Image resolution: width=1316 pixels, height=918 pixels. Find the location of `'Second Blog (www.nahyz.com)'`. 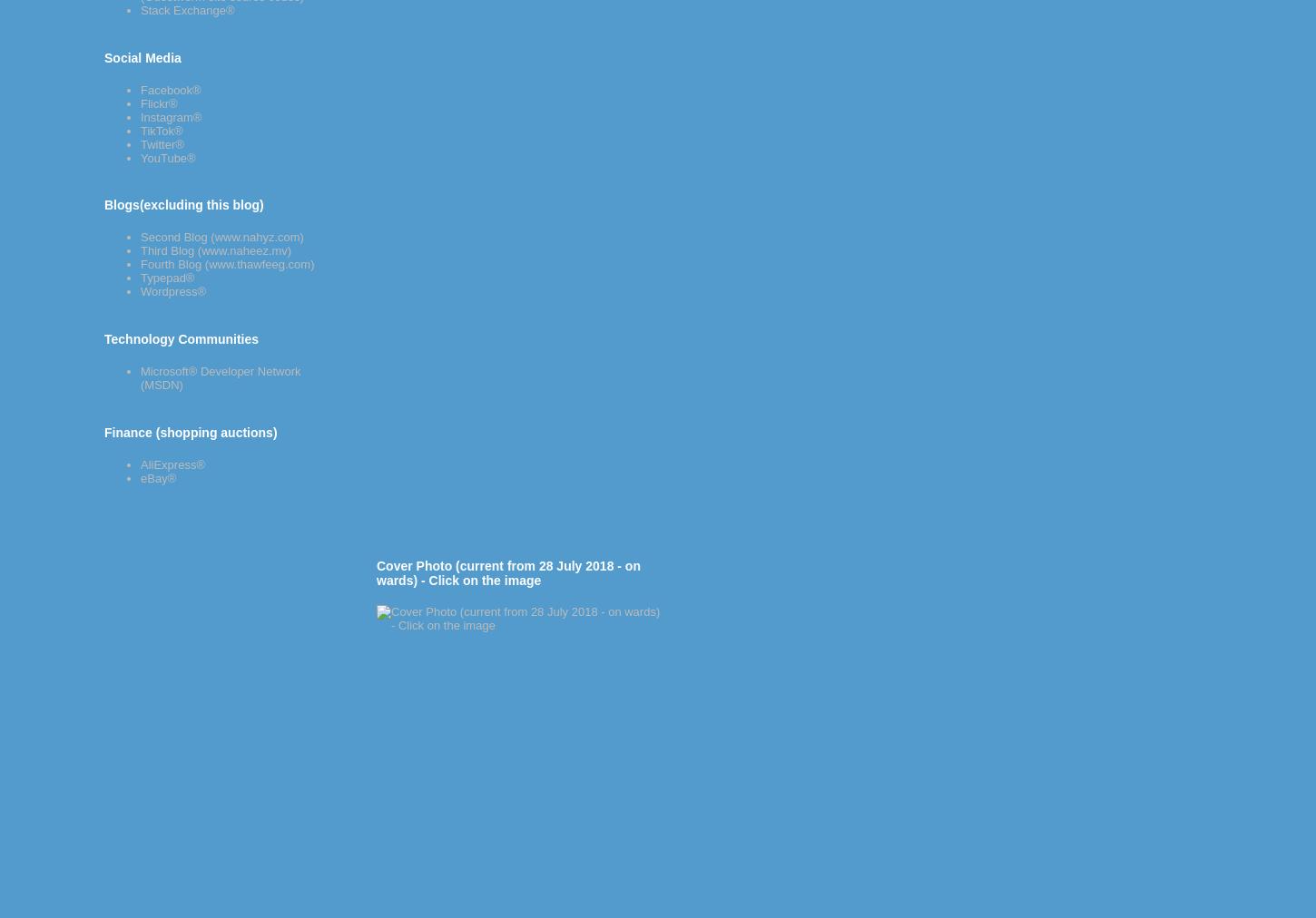

'Second Blog (www.nahyz.com)' is located at coordinates (140, 236).